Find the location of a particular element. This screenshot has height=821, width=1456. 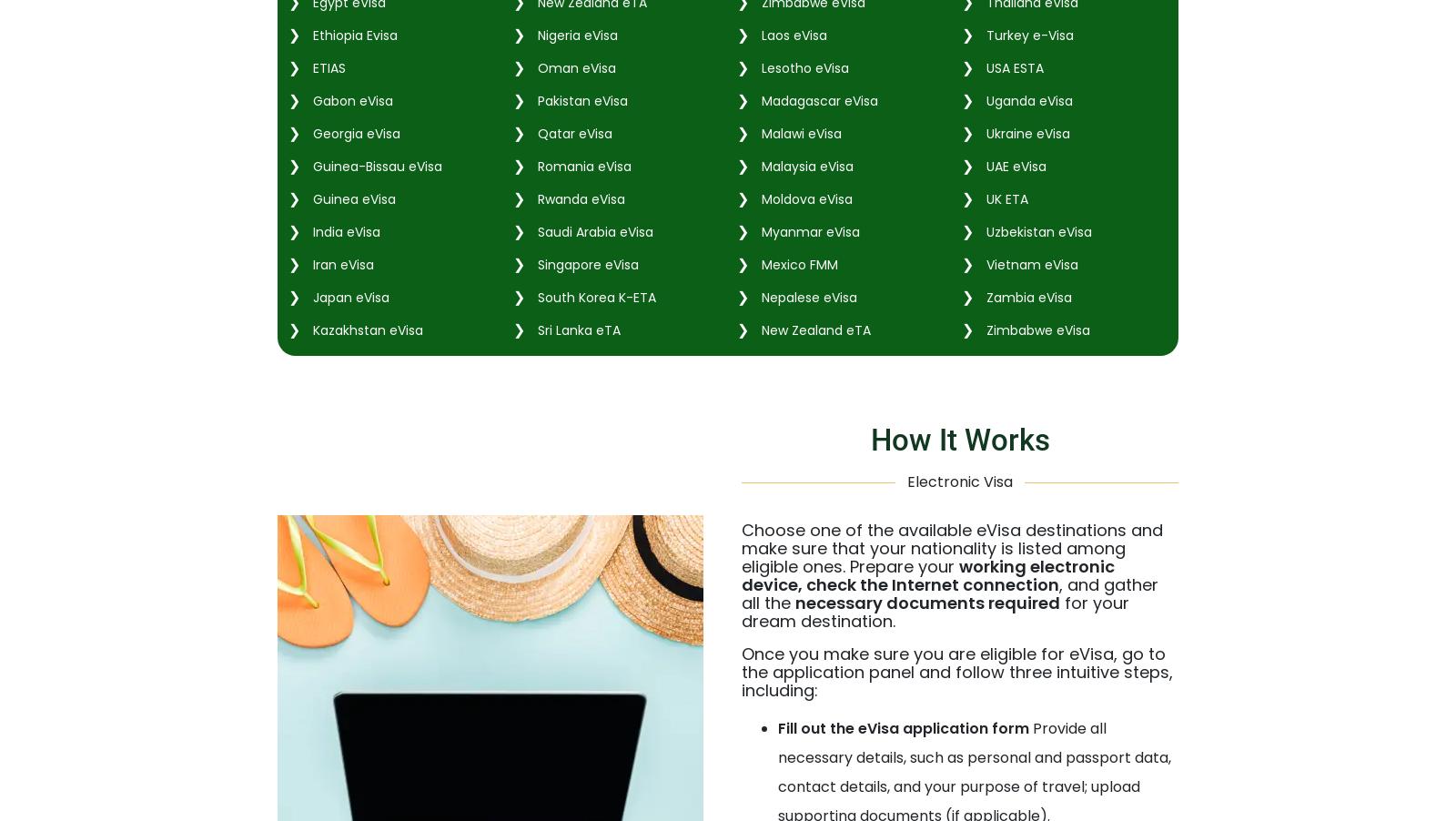

'Nigeria eVisa' is located at coordinates (532, 33).